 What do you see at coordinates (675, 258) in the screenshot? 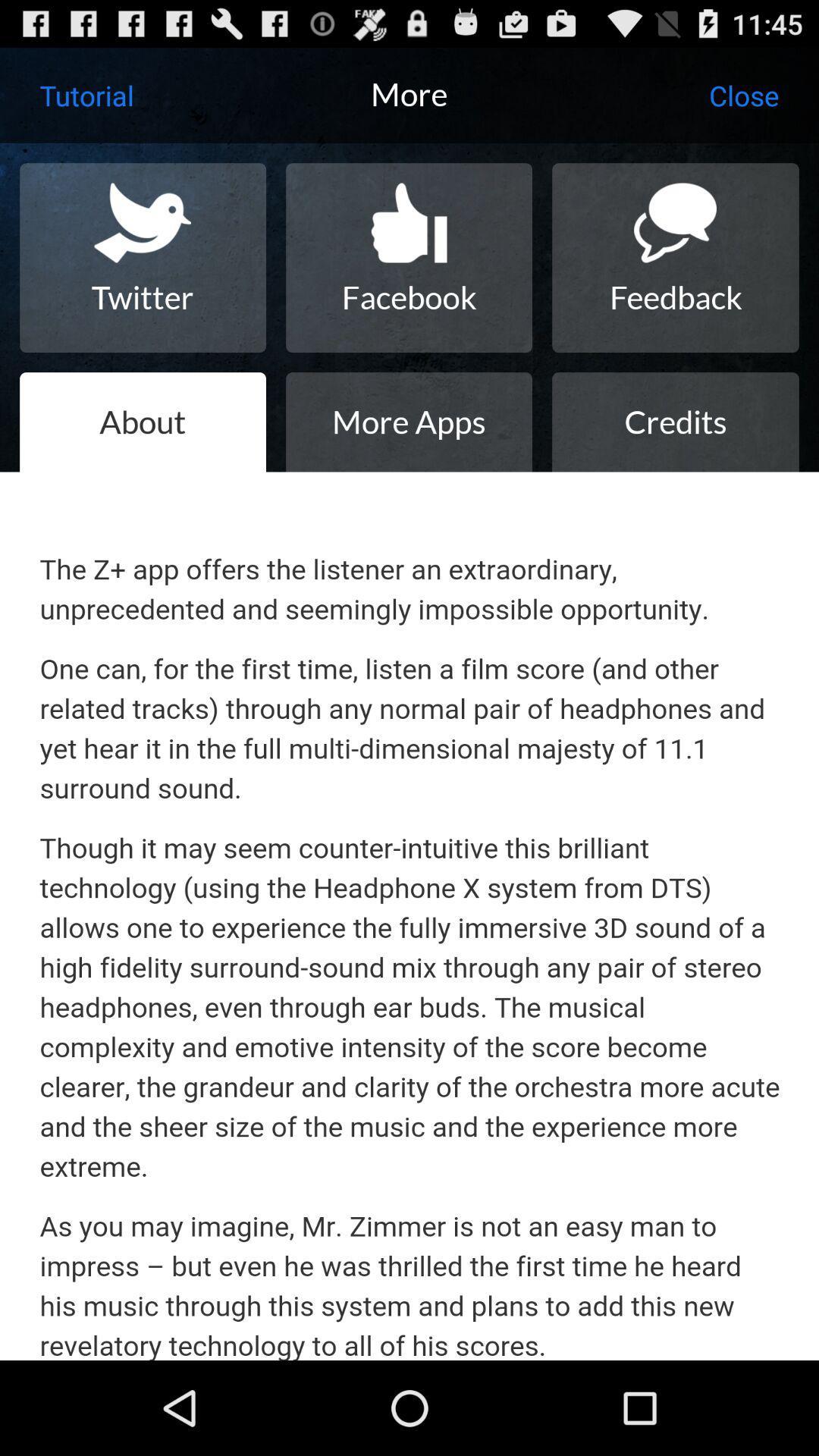
I see `icon above the credits item` at bounding box center [675, 258].